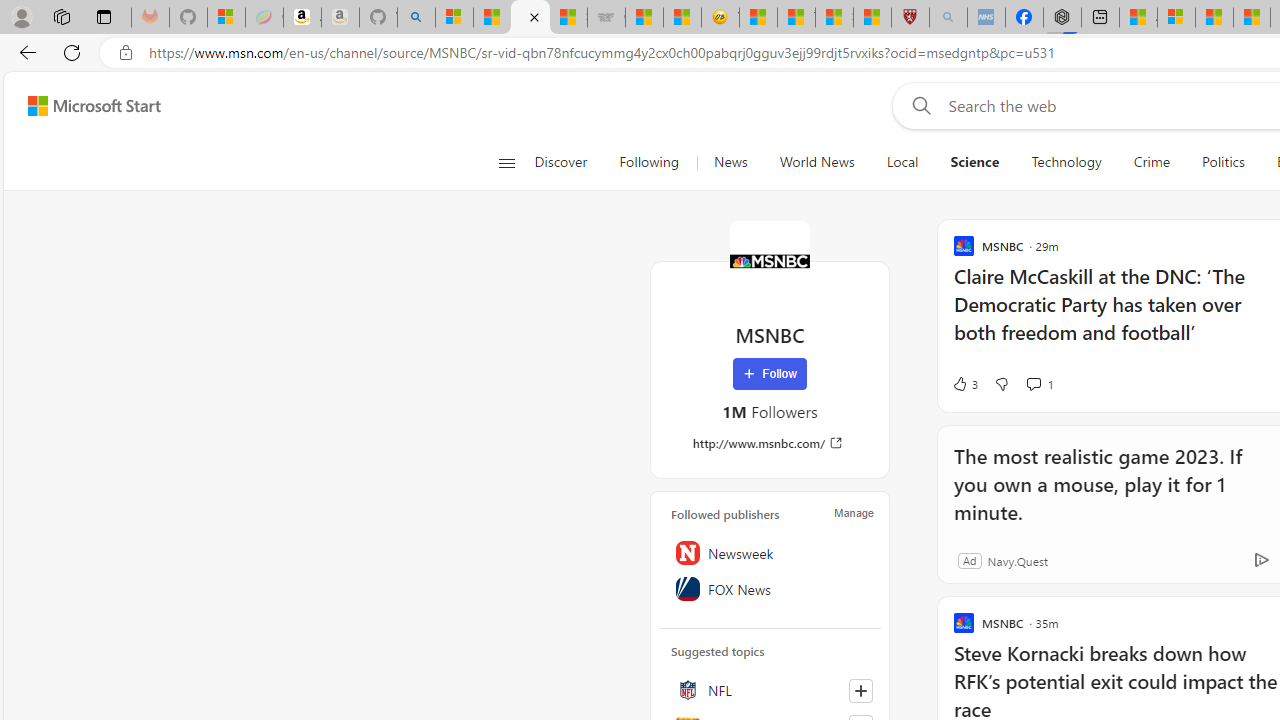  Describe the element at coordinates (1062, 17) in the screenshot. I see `'Nordace - Nordace Siena Is Not An Ordinary Backpack'` at that location.